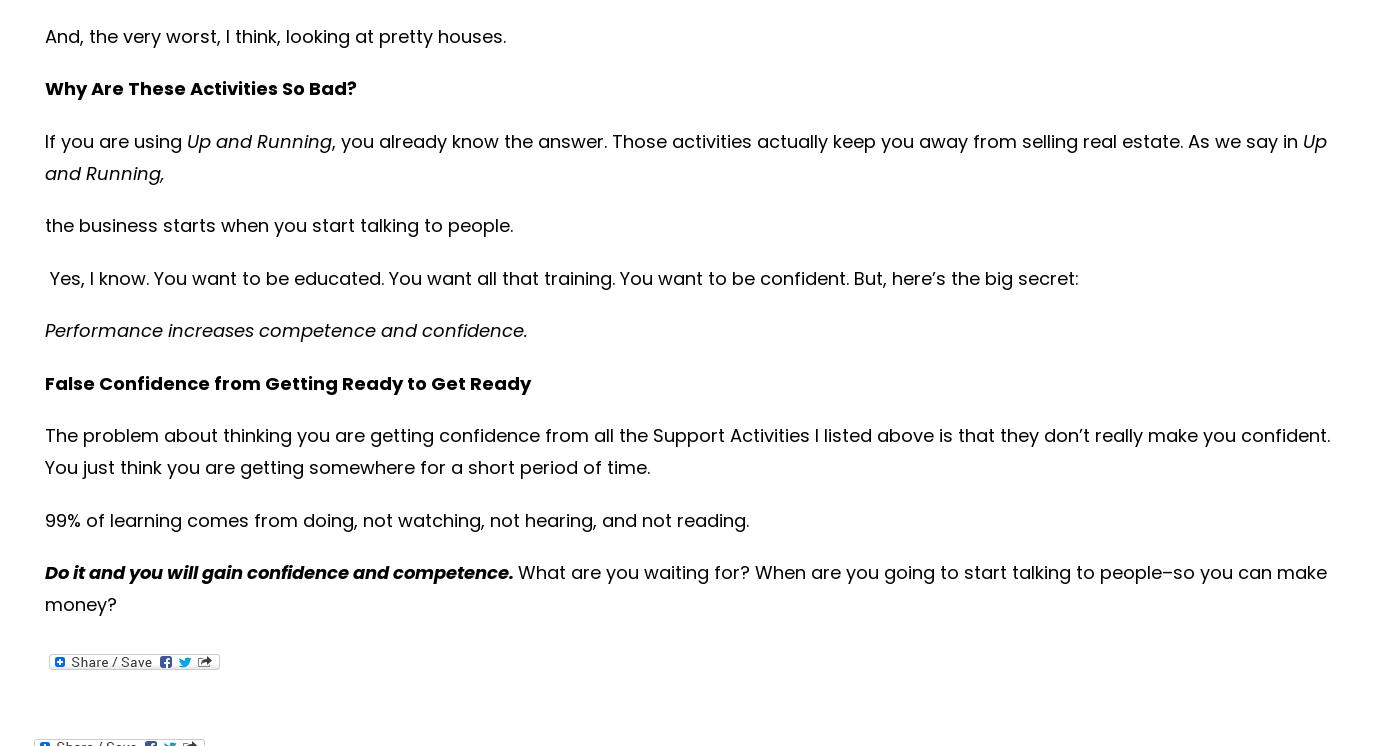 The height and width of the screenshot is (746, 1400). I want to click on 'False Confidence from Getting Ready to Get Ready', so click(287, 382).